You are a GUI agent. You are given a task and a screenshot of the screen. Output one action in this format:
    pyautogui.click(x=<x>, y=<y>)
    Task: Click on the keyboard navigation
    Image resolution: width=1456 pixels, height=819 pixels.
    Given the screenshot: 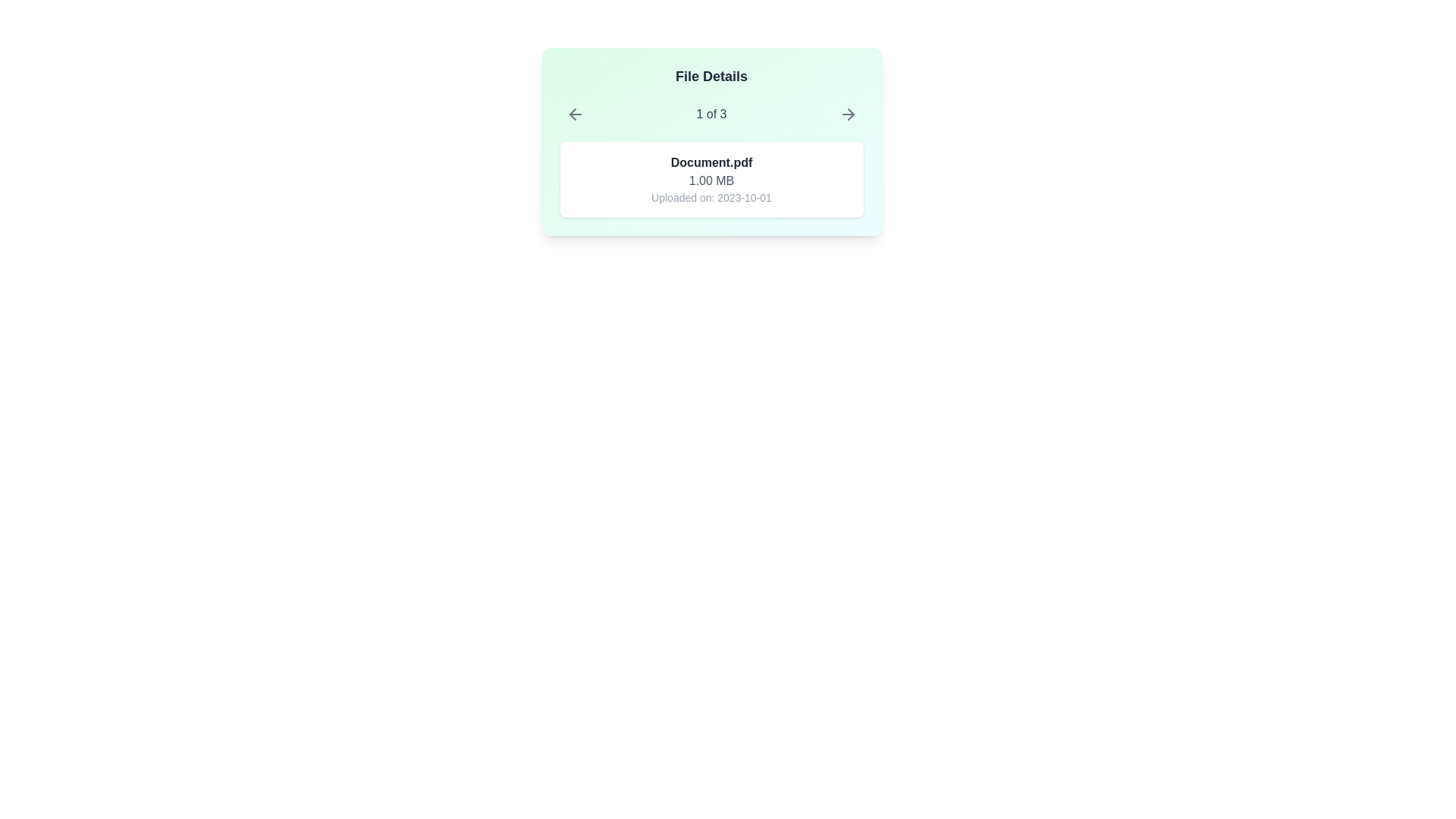 What is the action you would take?
    pyautogui.click(x=571, y=113)
    